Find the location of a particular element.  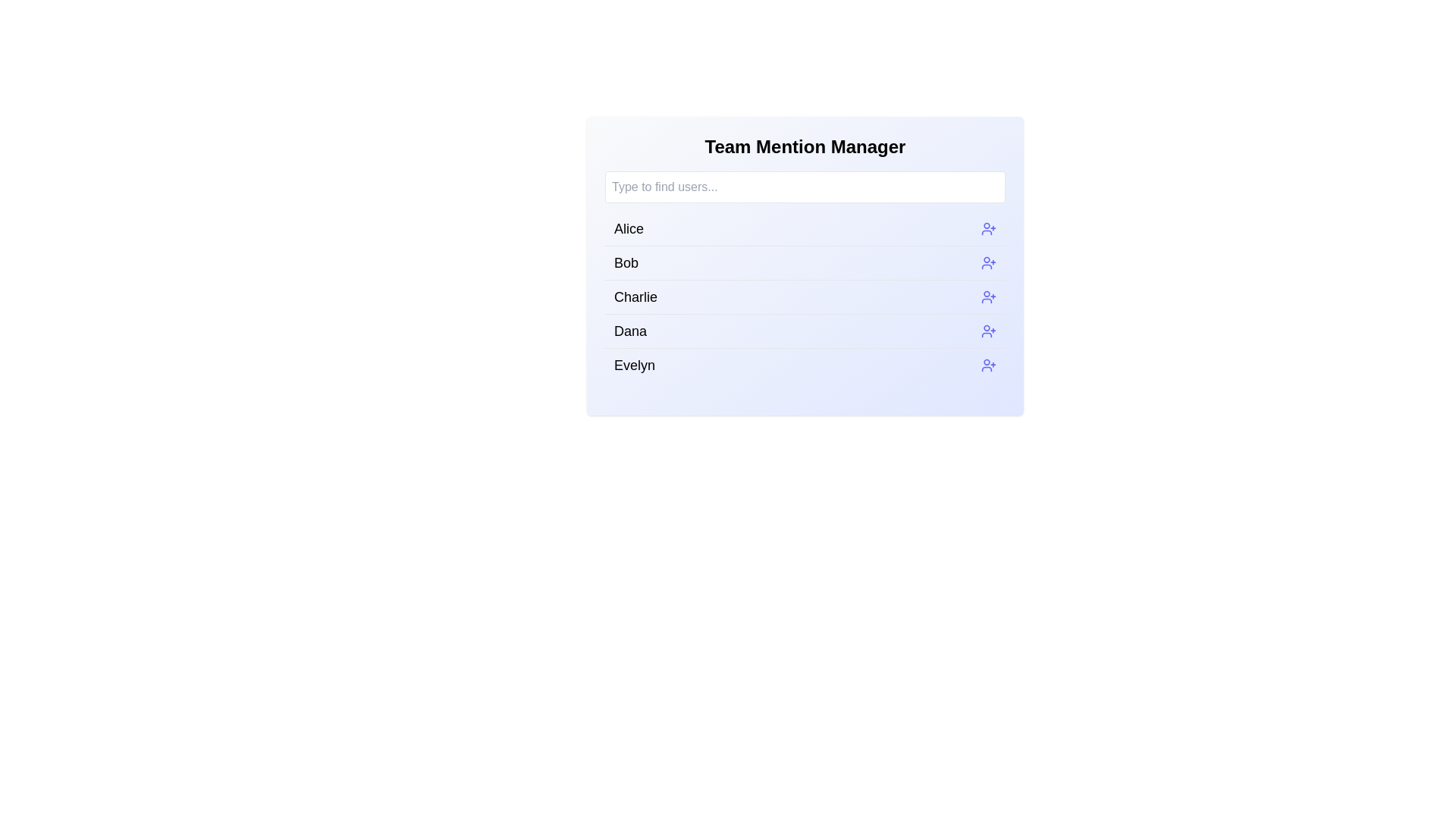

the icon located in the right section of the row labeled 'Alice' is located at coordinates (989, 228).